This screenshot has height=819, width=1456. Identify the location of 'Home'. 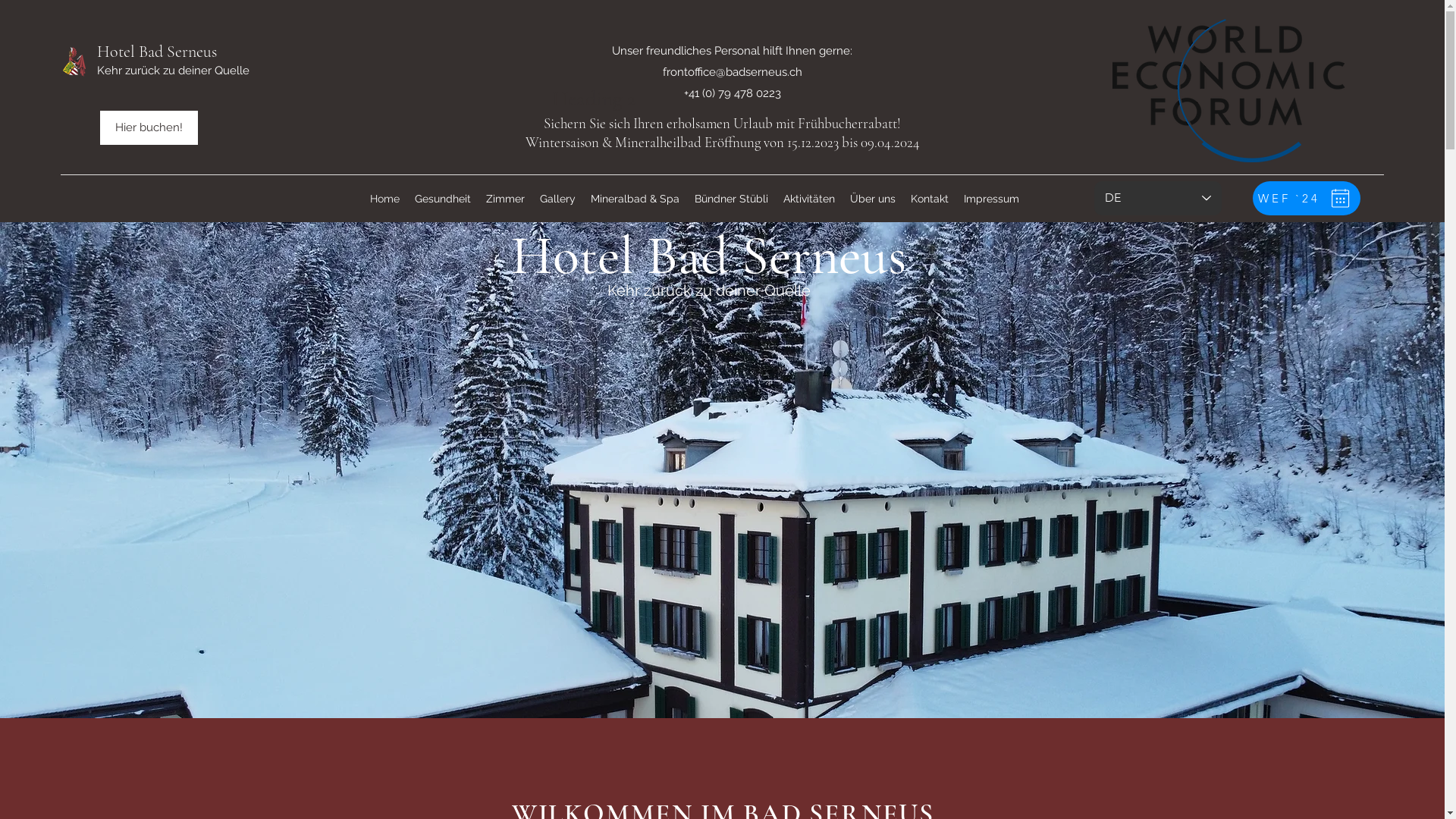
(384, 198).